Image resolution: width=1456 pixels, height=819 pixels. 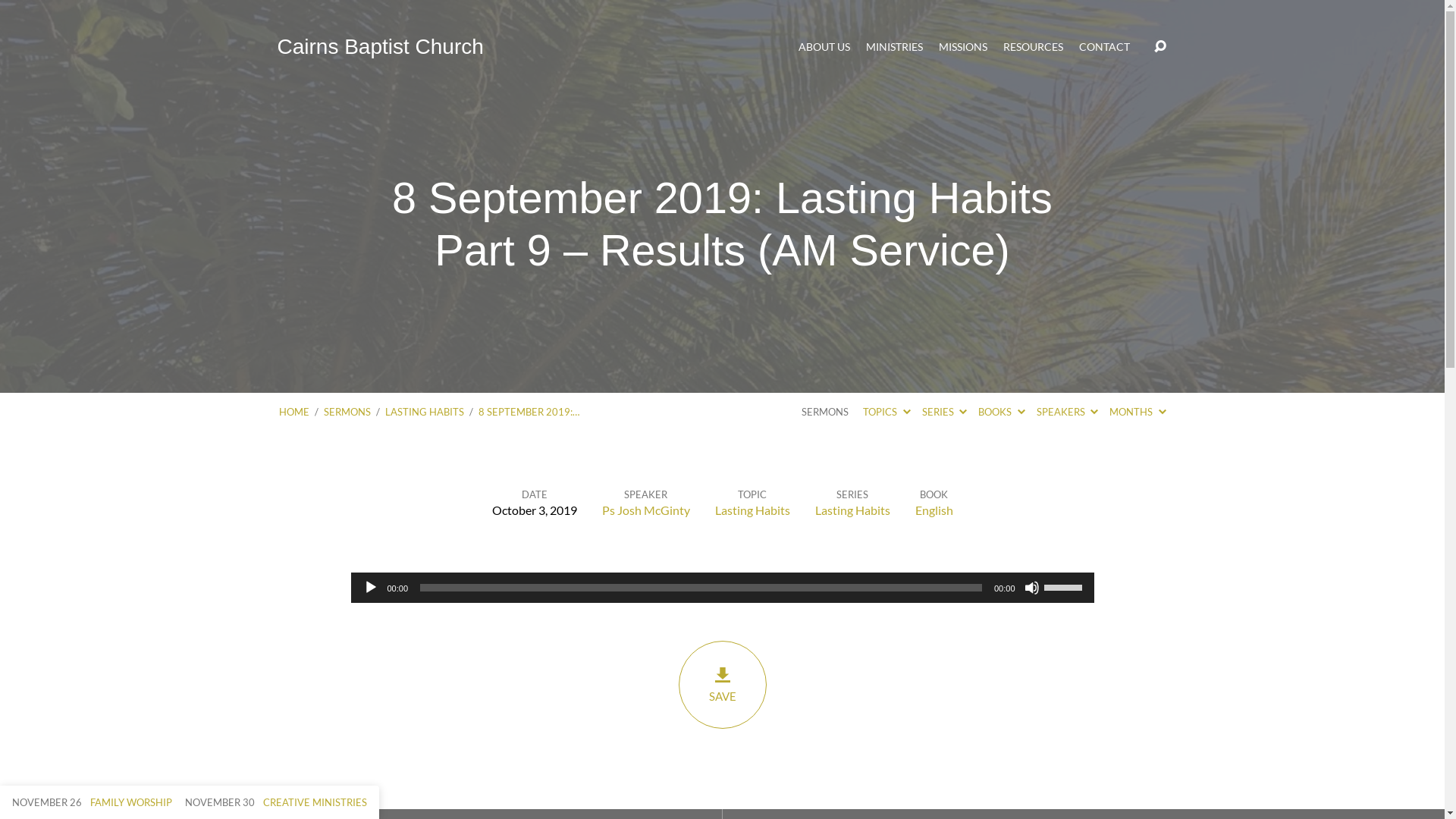 What do you see at coordinates (91, 801) in the screenshot?
I see `'NOVEMBER 26 FAMILY WORSHIP'` at bounding box center [91, 801].